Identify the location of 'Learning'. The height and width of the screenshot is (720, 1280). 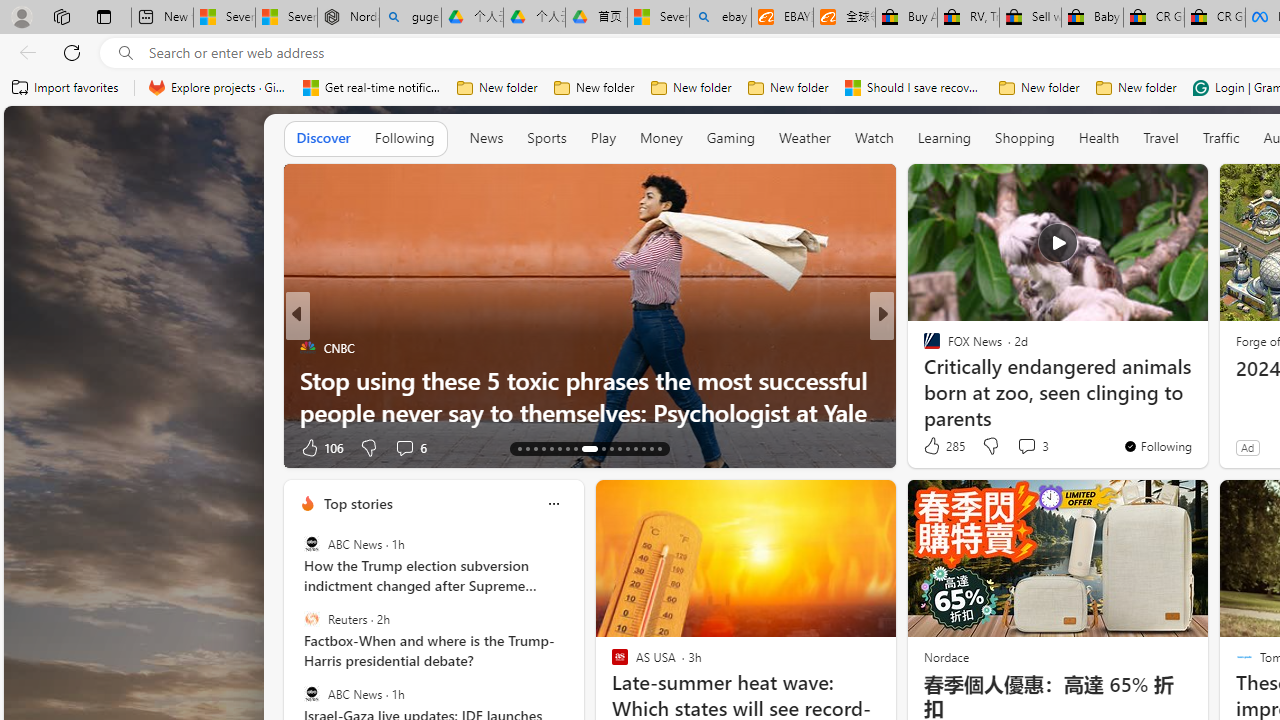
(943, 136).